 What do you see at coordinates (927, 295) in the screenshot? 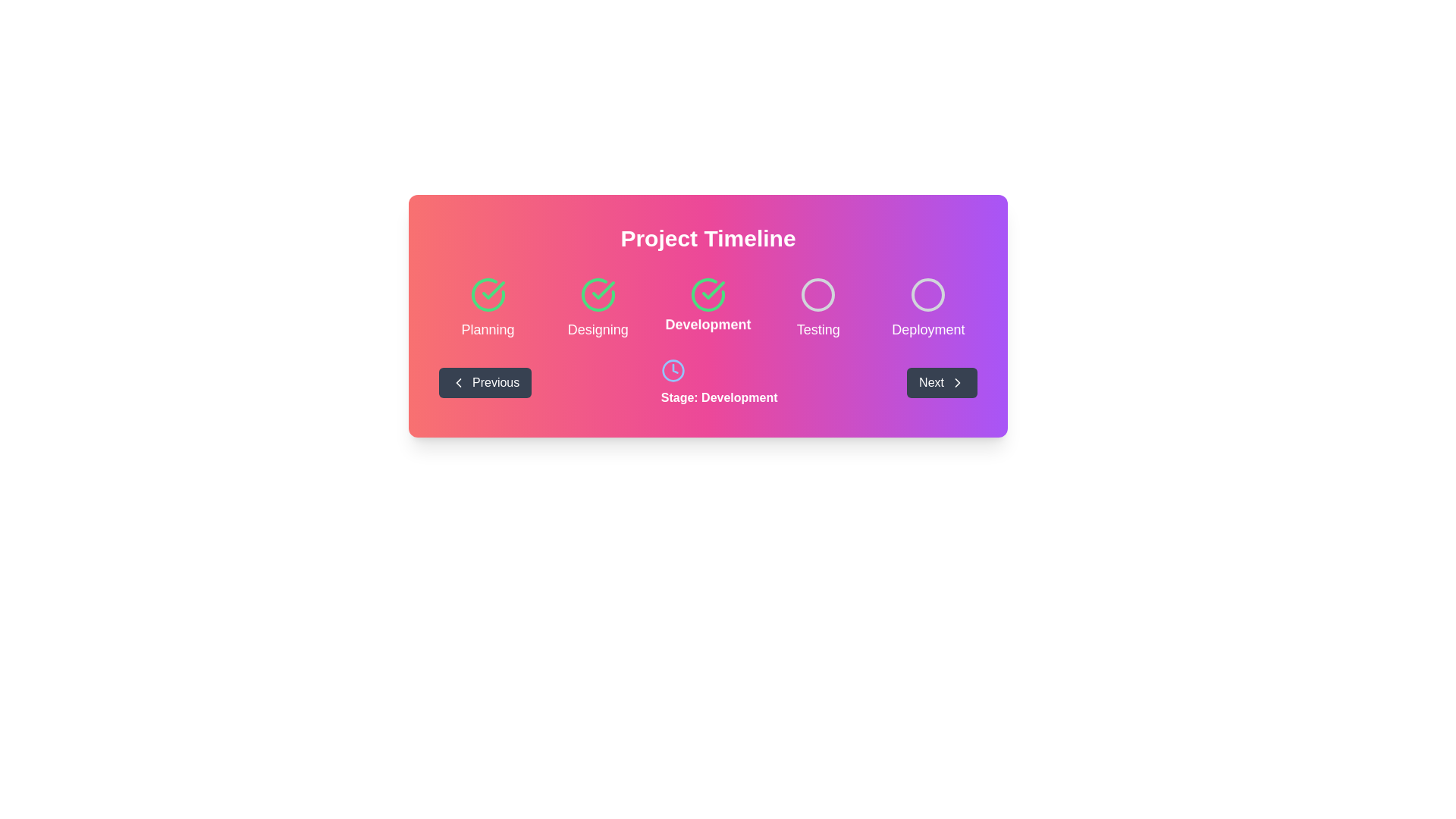
I see `the circular graphical UI indicator in the 'Project Timeline' layout, which is the fifth element in the sequence of stage indicators` at bounding box center [927, 295].